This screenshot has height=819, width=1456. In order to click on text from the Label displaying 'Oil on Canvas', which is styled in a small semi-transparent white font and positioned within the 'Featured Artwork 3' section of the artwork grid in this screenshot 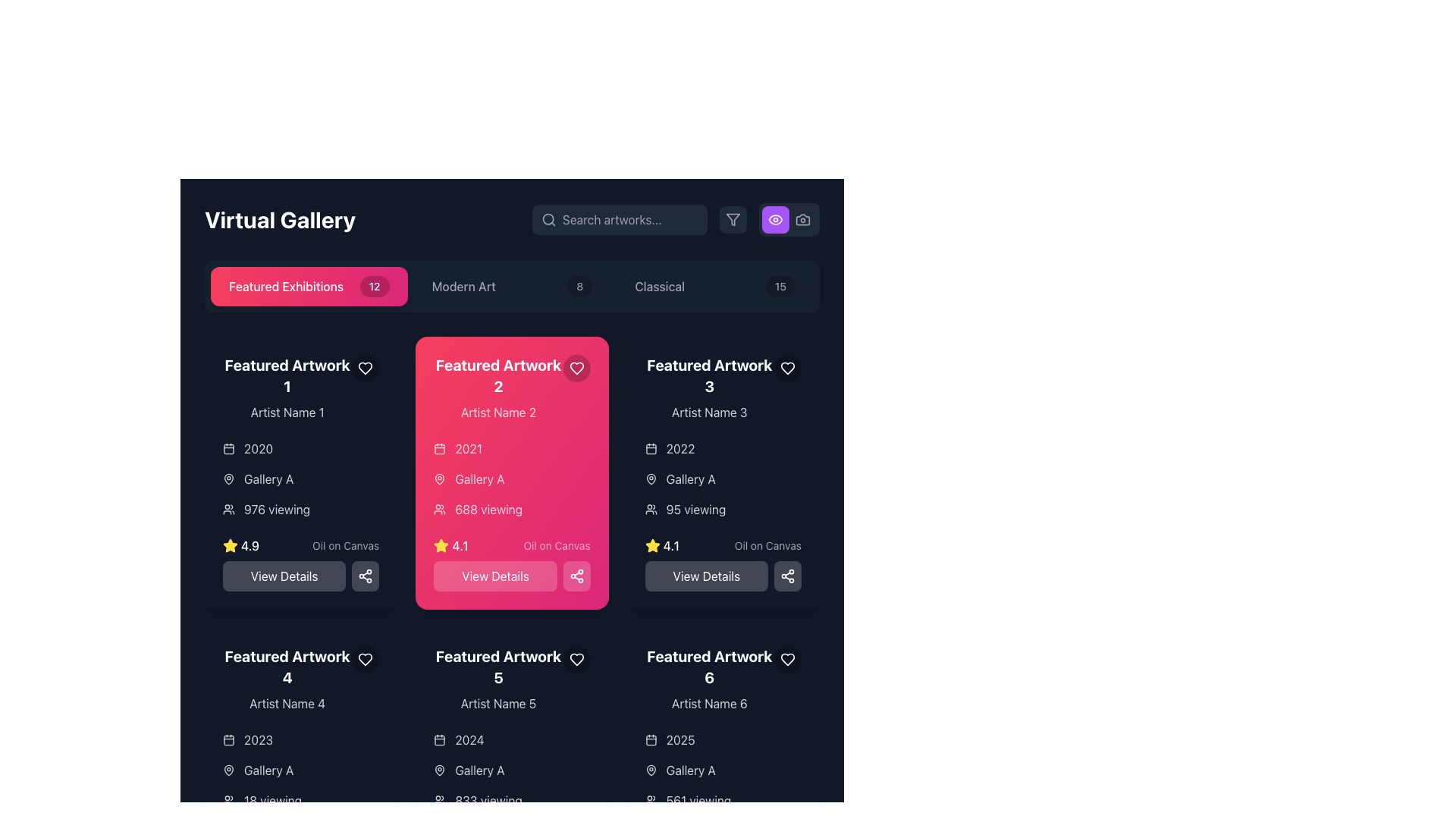, I will do `click(767, 546)`.